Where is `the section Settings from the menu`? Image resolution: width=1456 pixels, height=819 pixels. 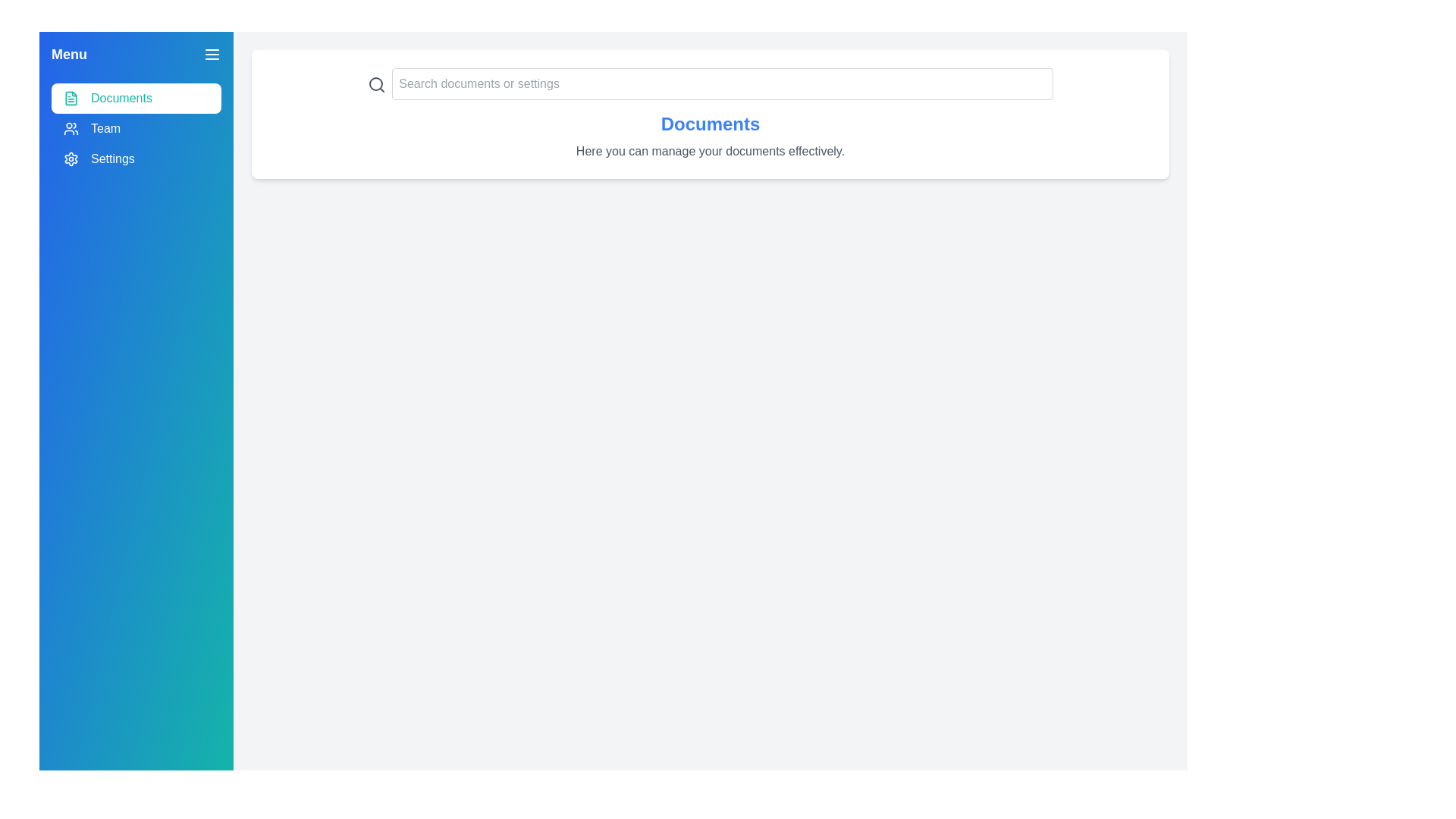 the section Settings from the menu is located at coordinates (136, 158).